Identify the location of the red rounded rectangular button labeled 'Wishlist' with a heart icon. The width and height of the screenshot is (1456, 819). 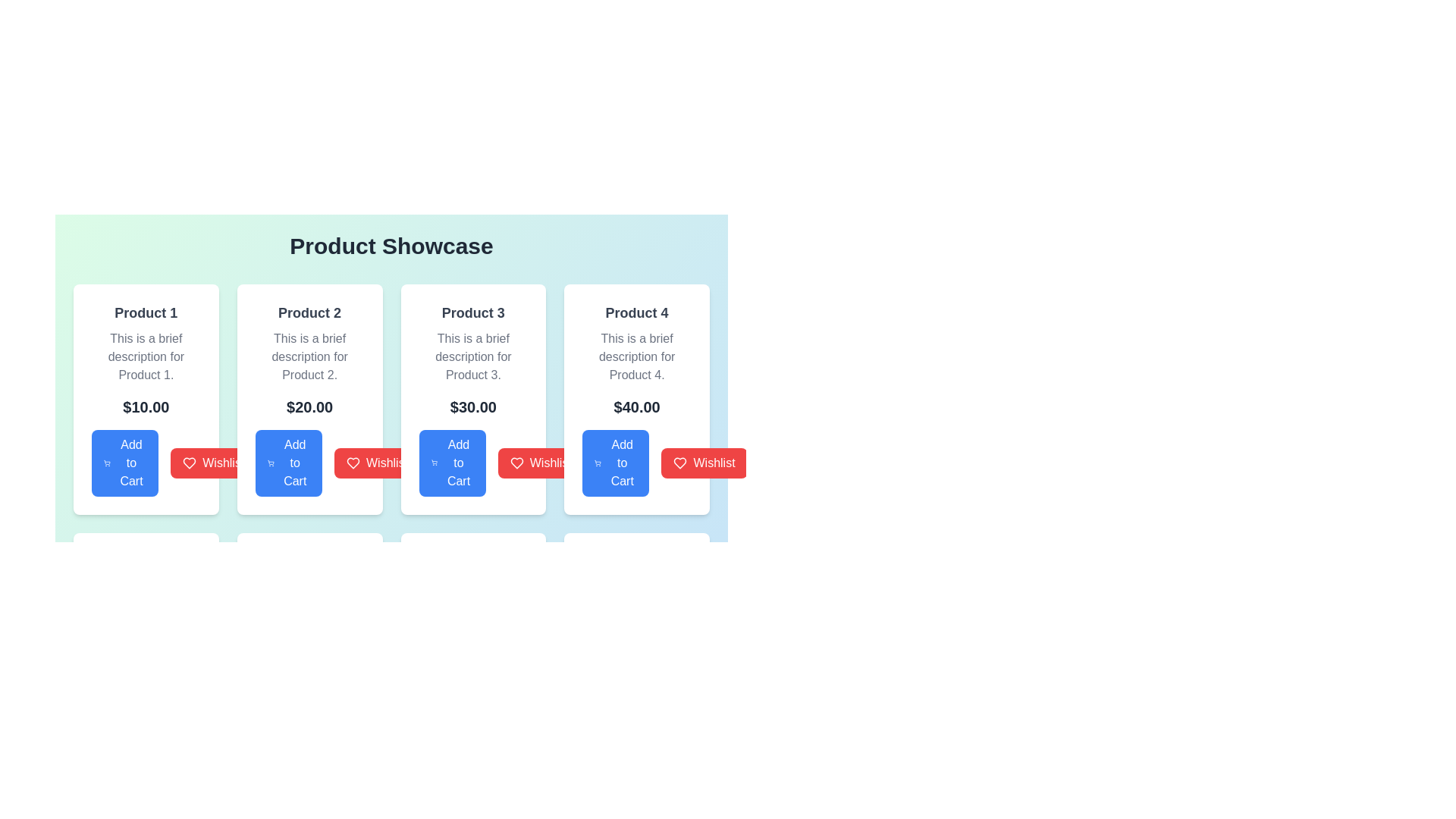
(541, 462).